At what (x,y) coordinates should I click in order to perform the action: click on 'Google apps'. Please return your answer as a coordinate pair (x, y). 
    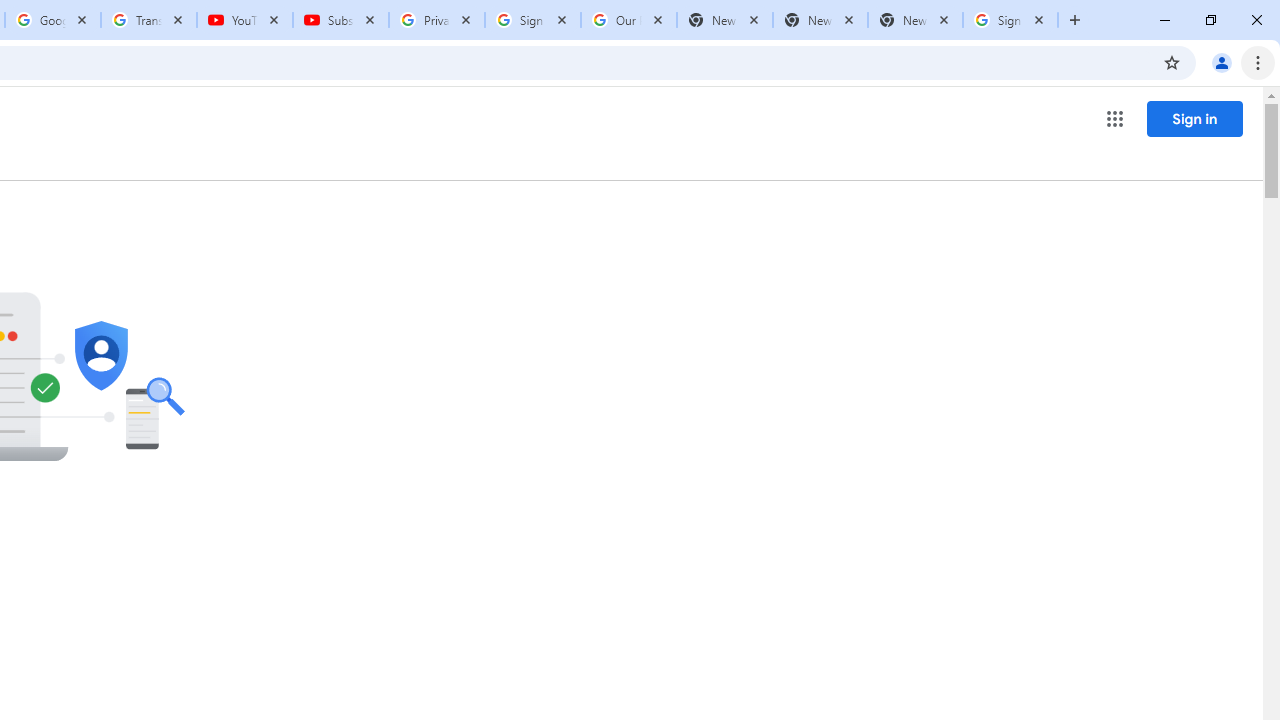
    Looking at the image, I should click on (1113, 119).